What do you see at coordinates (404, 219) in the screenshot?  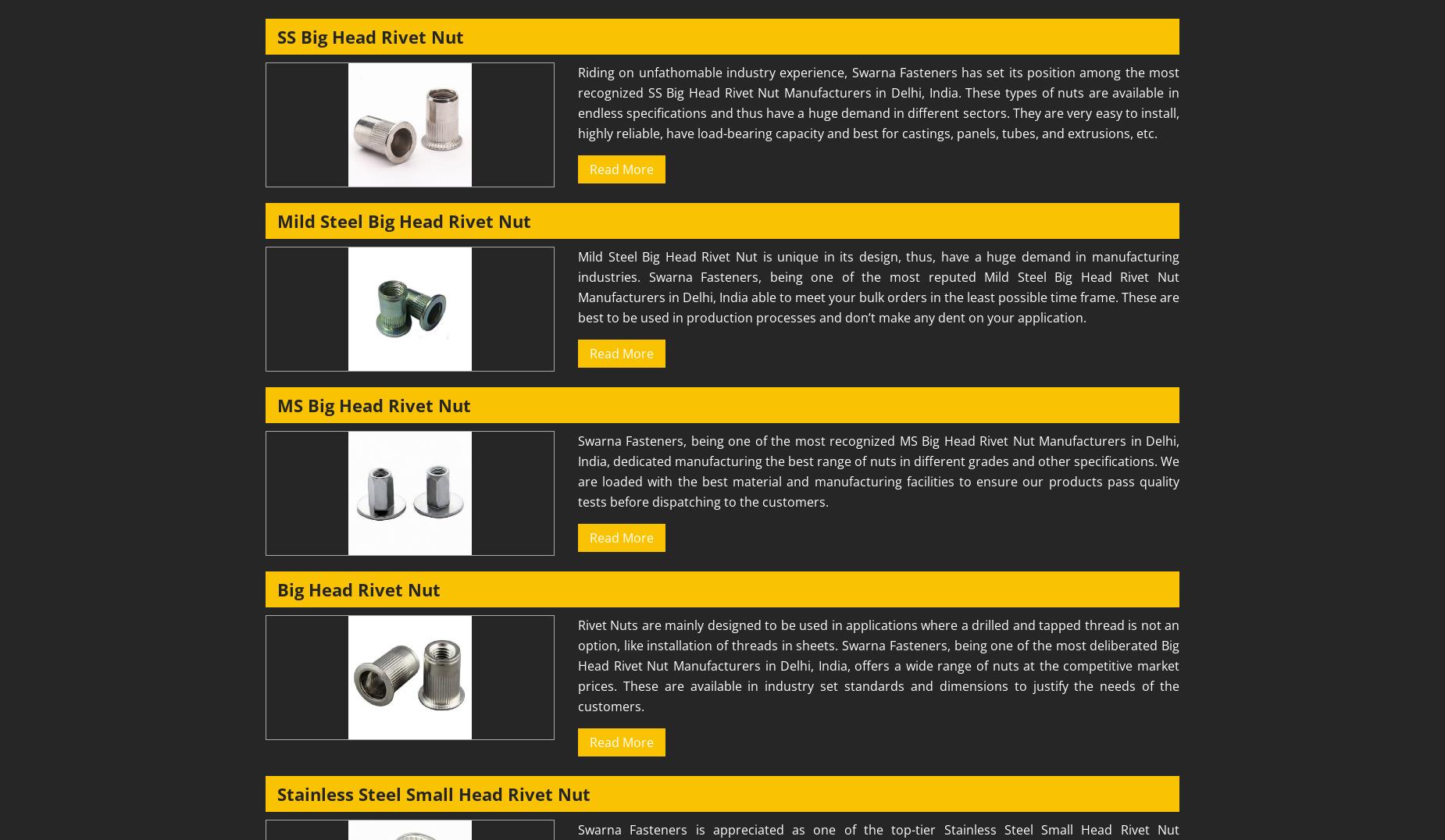 I see `'Mild Steel Big Head Rivet Nut'` at bounding box center [404, 219].